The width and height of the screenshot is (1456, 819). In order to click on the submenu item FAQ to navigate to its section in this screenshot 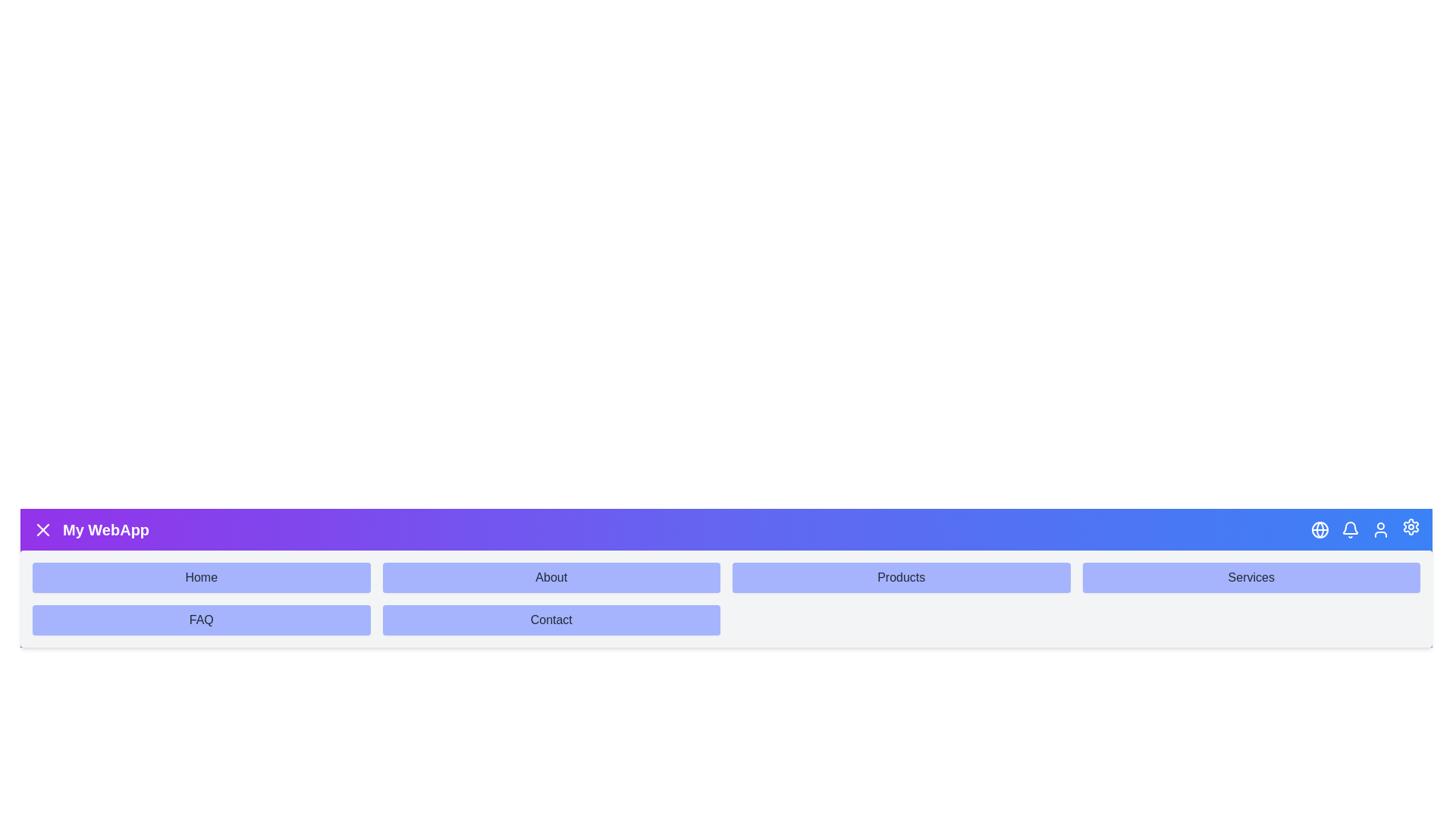, I will do `click(200, 620)`.